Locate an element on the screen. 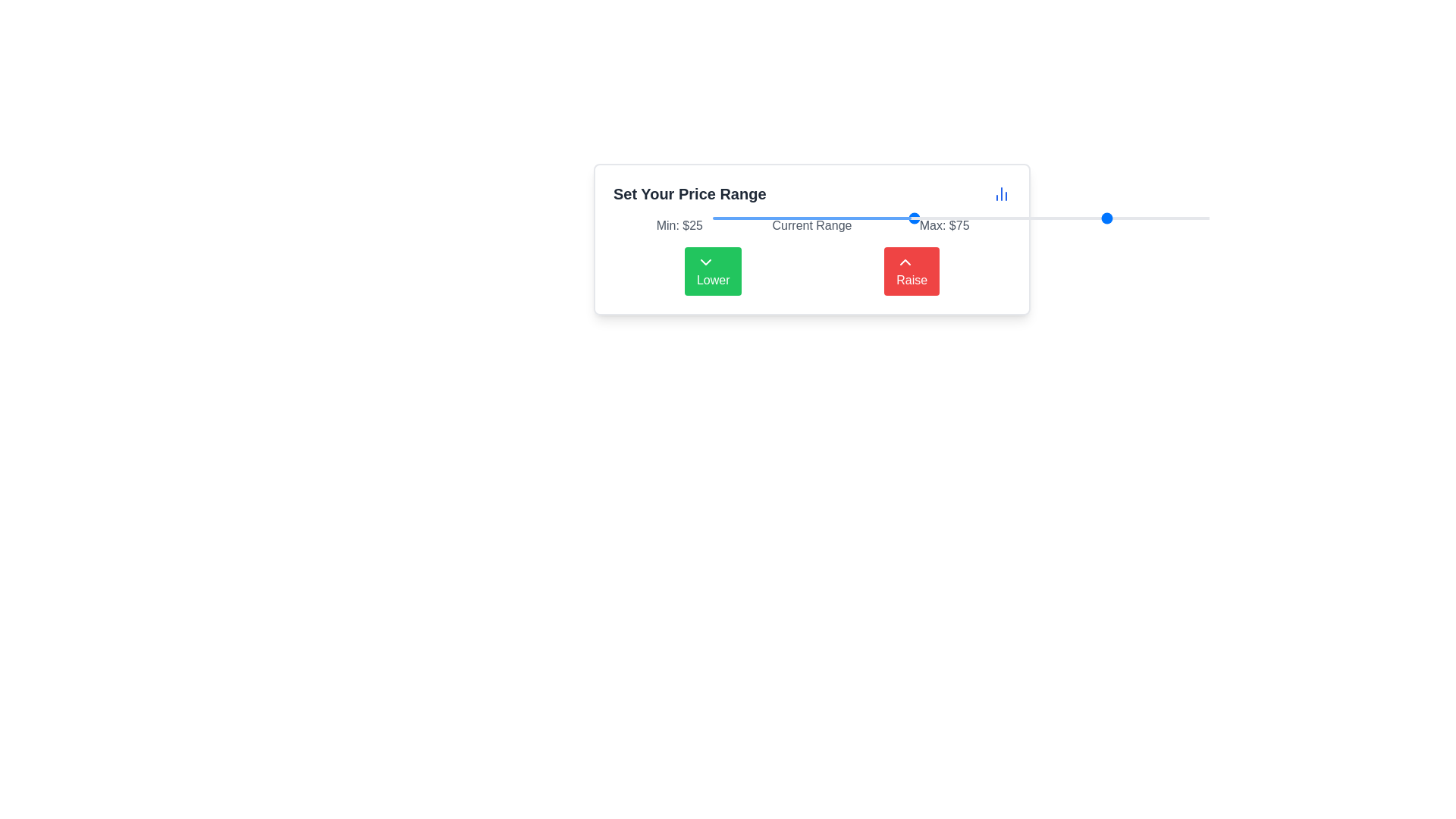 This screenshot has width=1456, height=819. the downward-facing chevron icon in the center of the green 'Lower' button, which is part of the panel titled 'Set Your Price Range' is located at coordinates (704, 262).